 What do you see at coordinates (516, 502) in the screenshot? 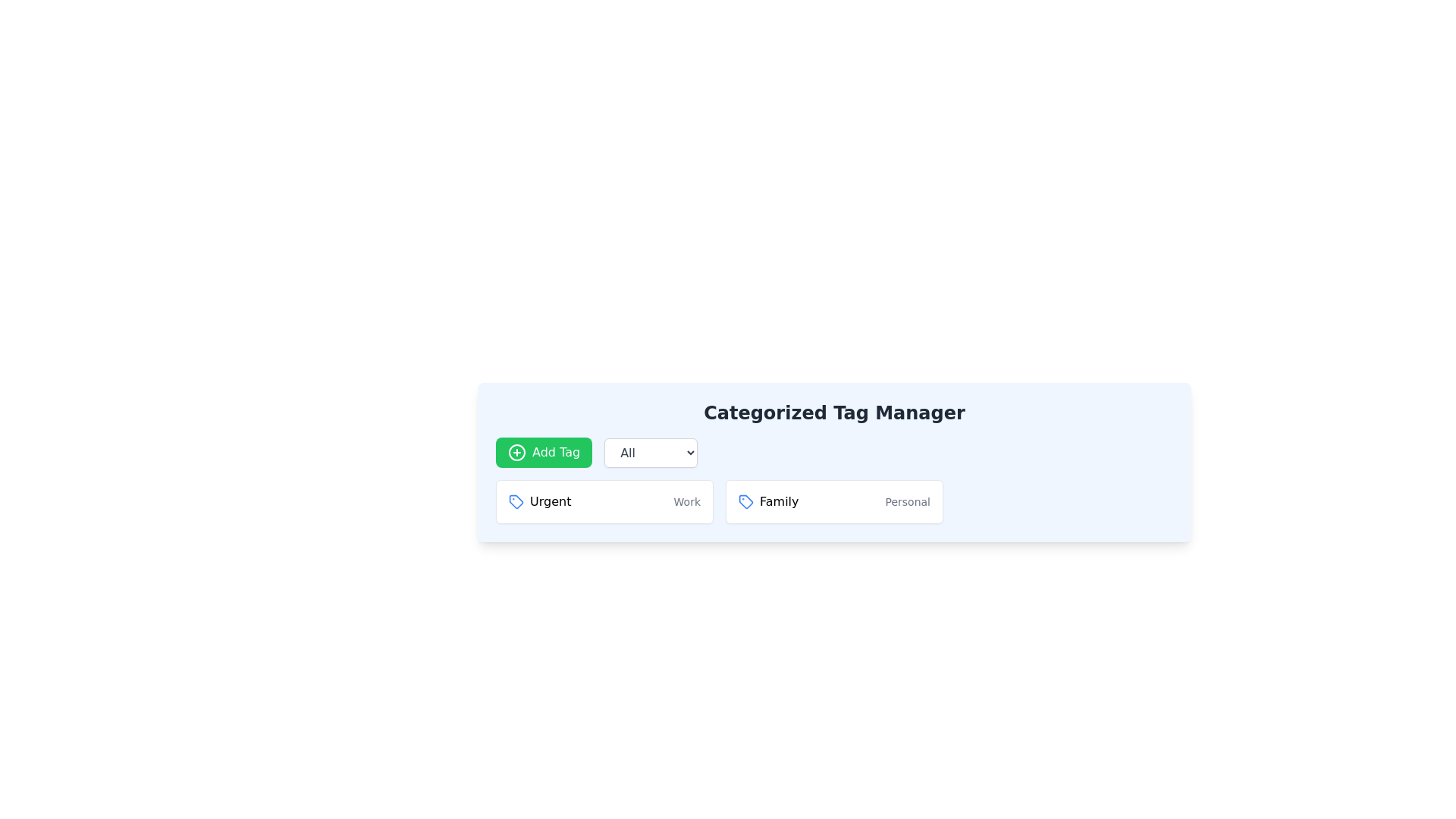
I see `the blue tag-shaped icon, which is part of the 'Urgent' label group, located on the leftmost side of the tag categories section` at bounding box center [516, 502].